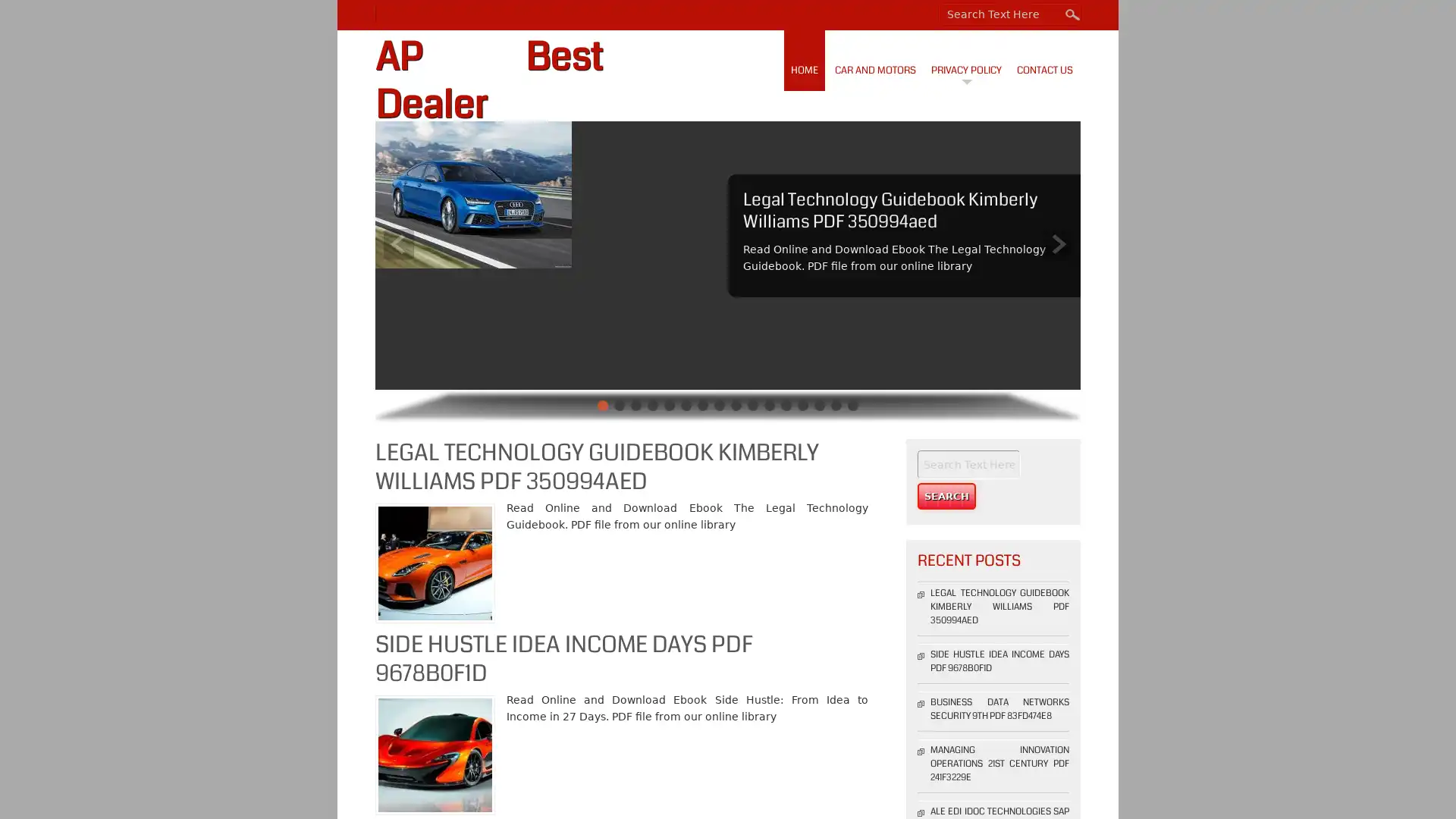  I want to click on Search, so click(946, 496).